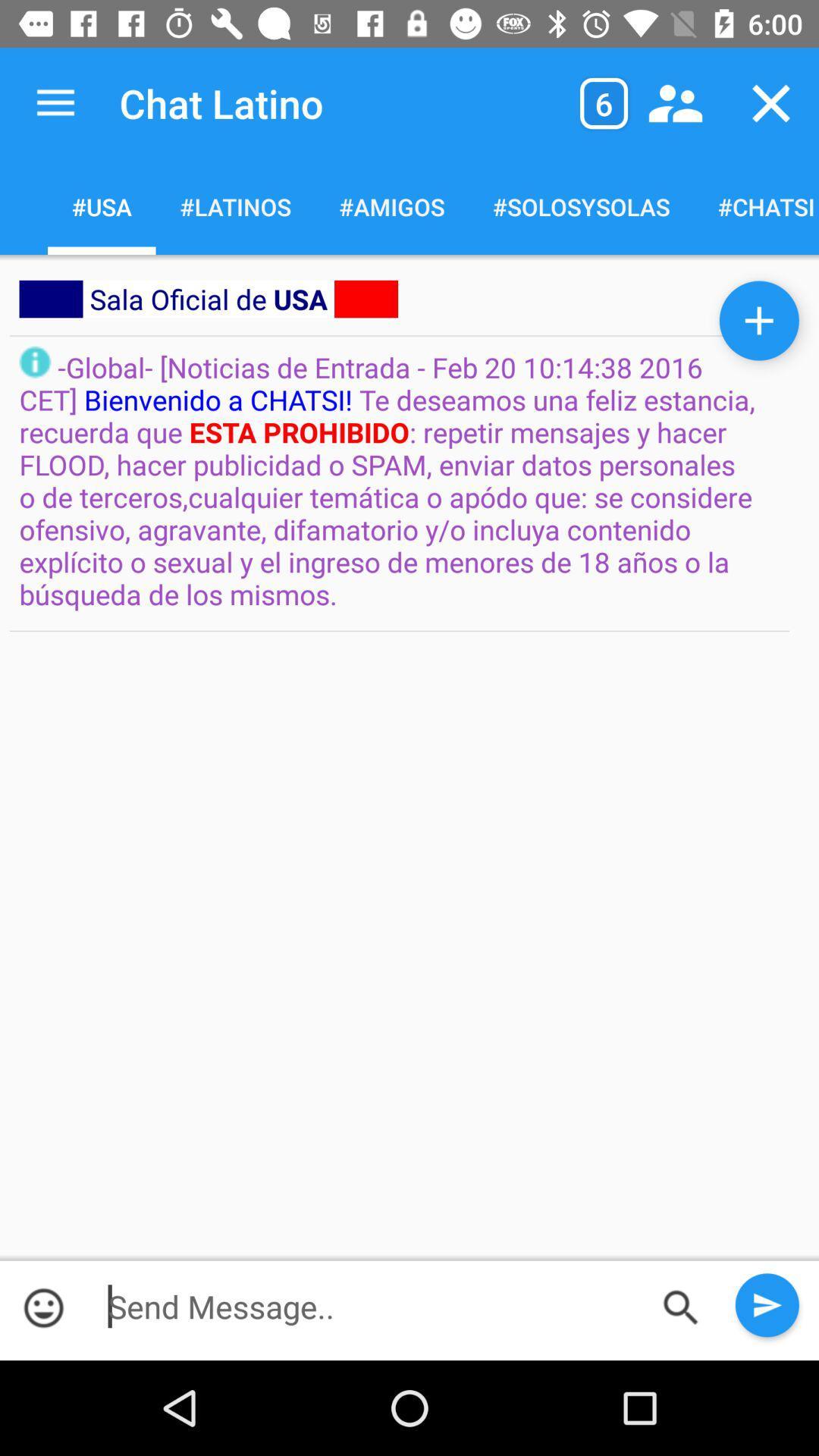  Describe the element at coordinates (675, 102) in the screenshot. I see `the item above the #solosysolas icon` at that location.